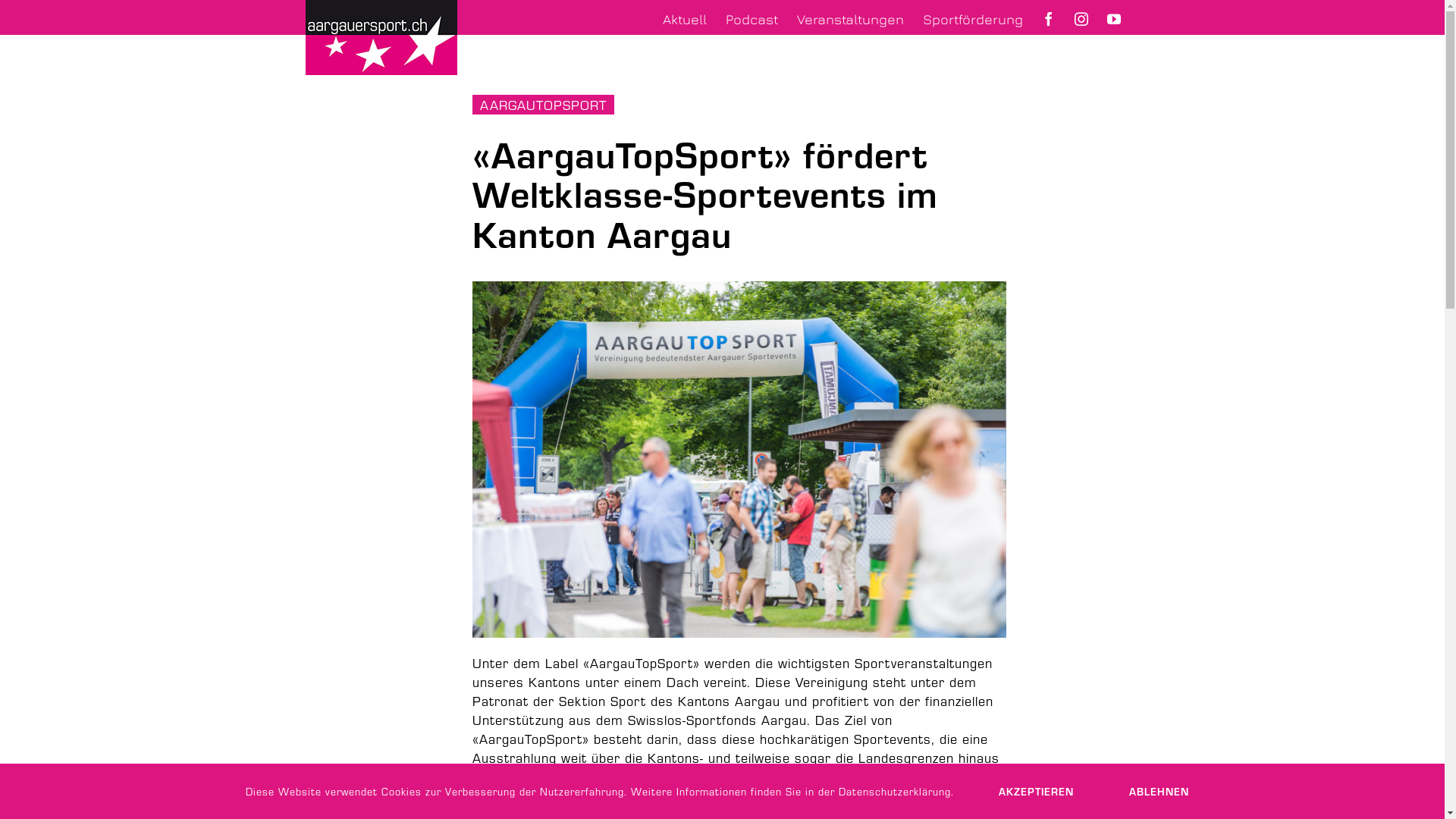  Describe the element at coordinates (723, 20) in the screenshot. I see `'Podcast'` at that location.